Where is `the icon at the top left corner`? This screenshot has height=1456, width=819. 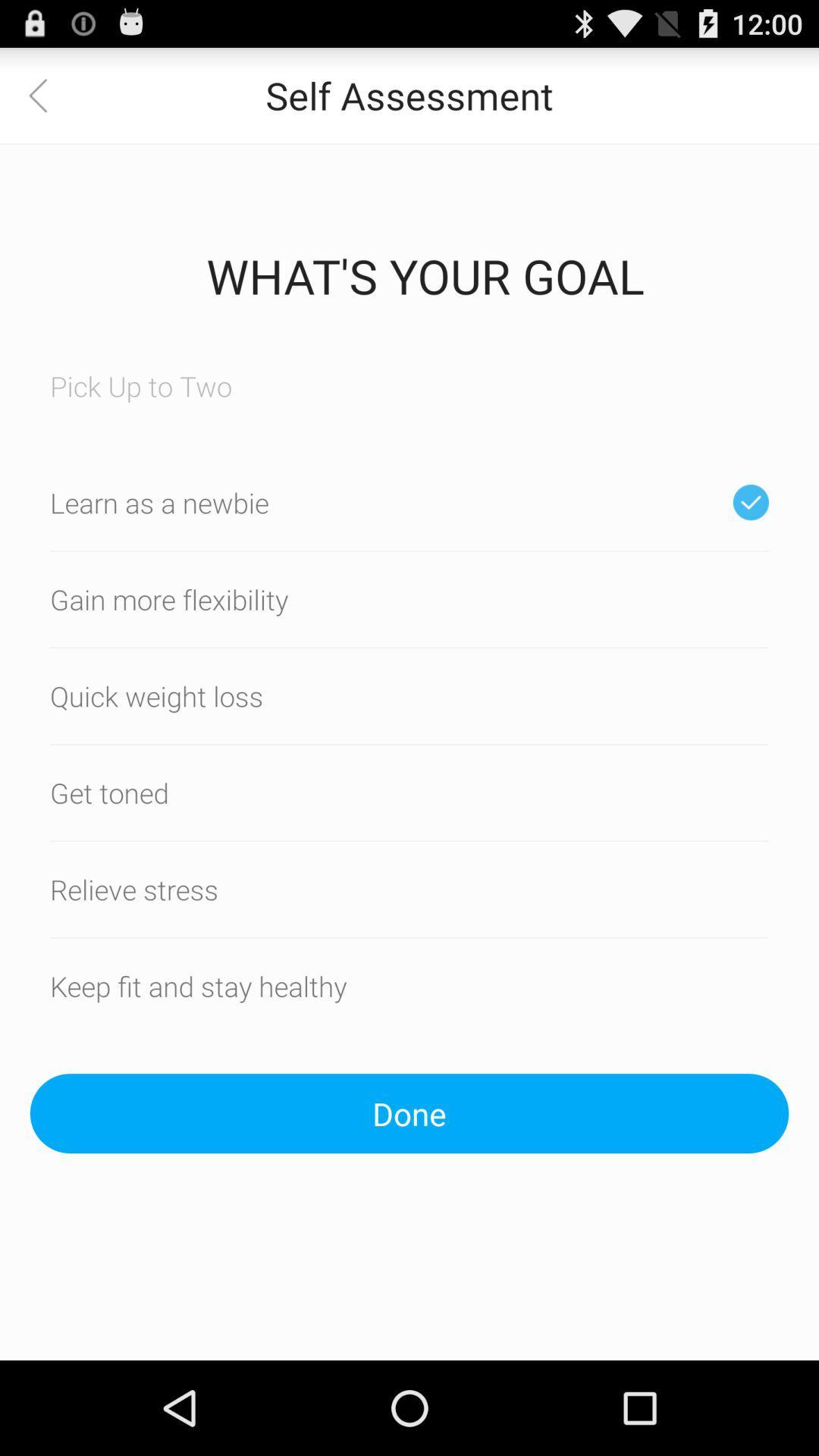 the icon at the top left corner is located at coordinates (46, 94).